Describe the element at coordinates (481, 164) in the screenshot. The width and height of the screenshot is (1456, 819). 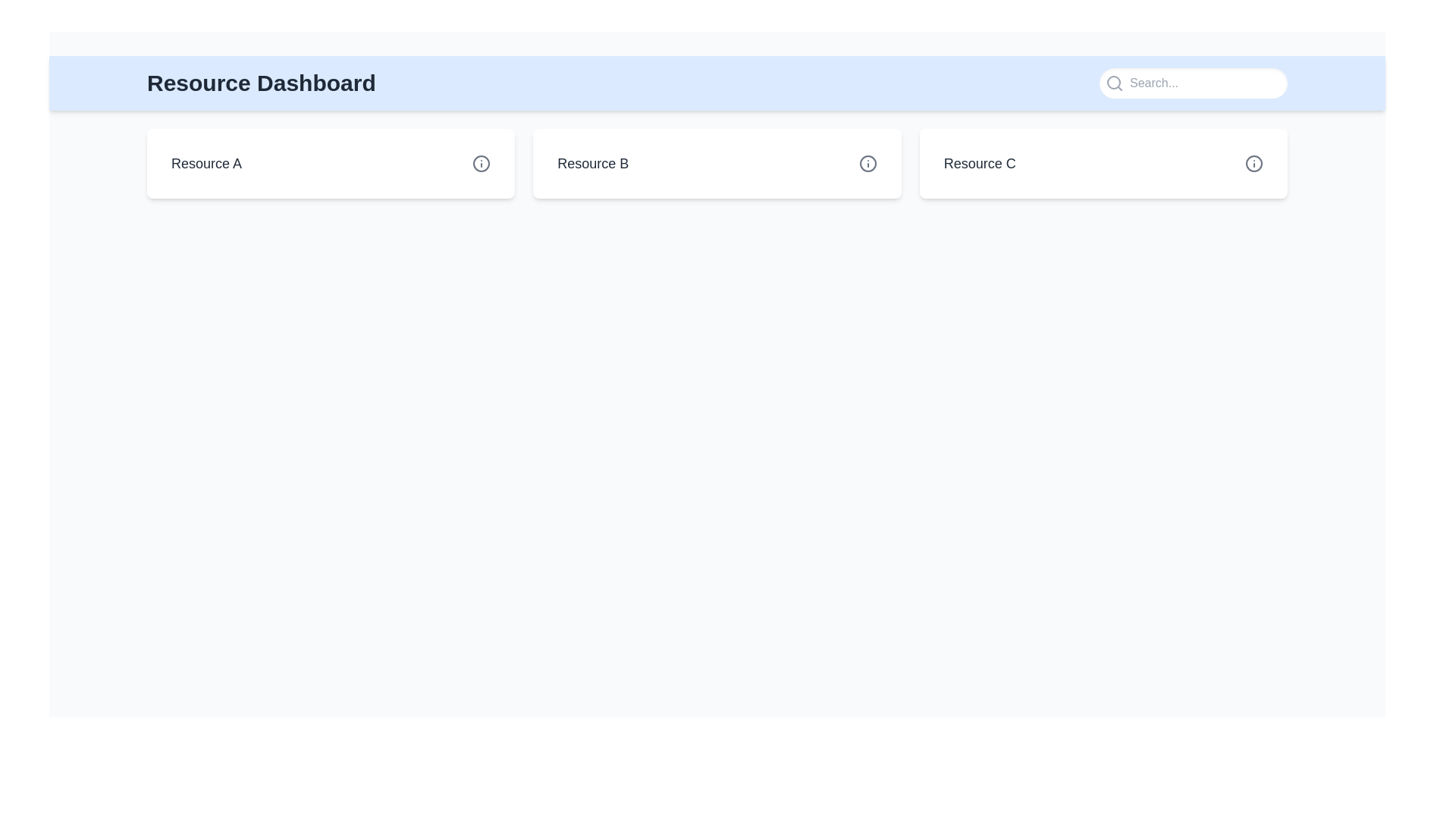
I see `the information icon located to the right of the text 'Resource A' to change its color` at that location.